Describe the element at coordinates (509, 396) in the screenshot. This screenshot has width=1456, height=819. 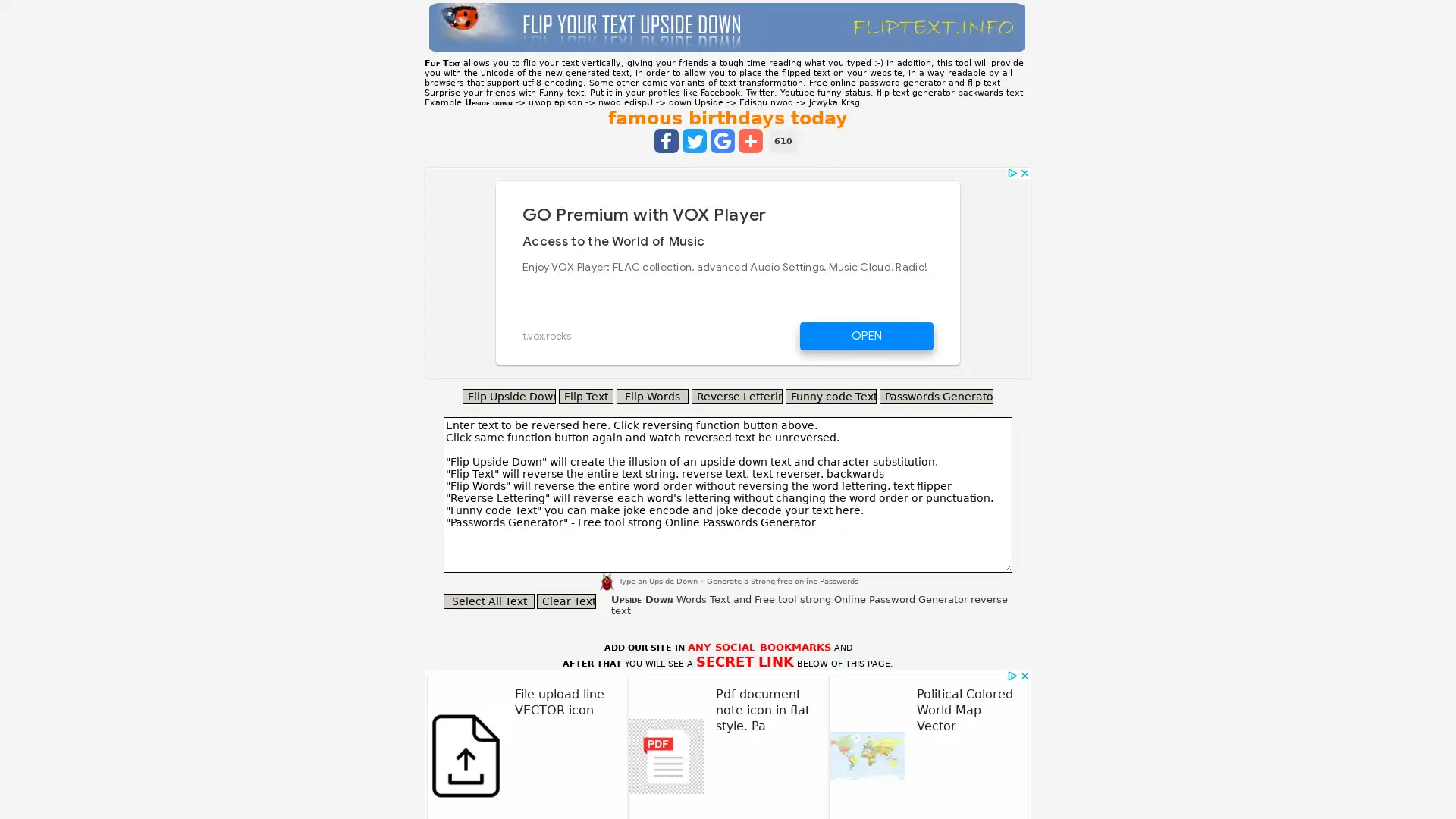
I see `Flip Upside Down` at that location.